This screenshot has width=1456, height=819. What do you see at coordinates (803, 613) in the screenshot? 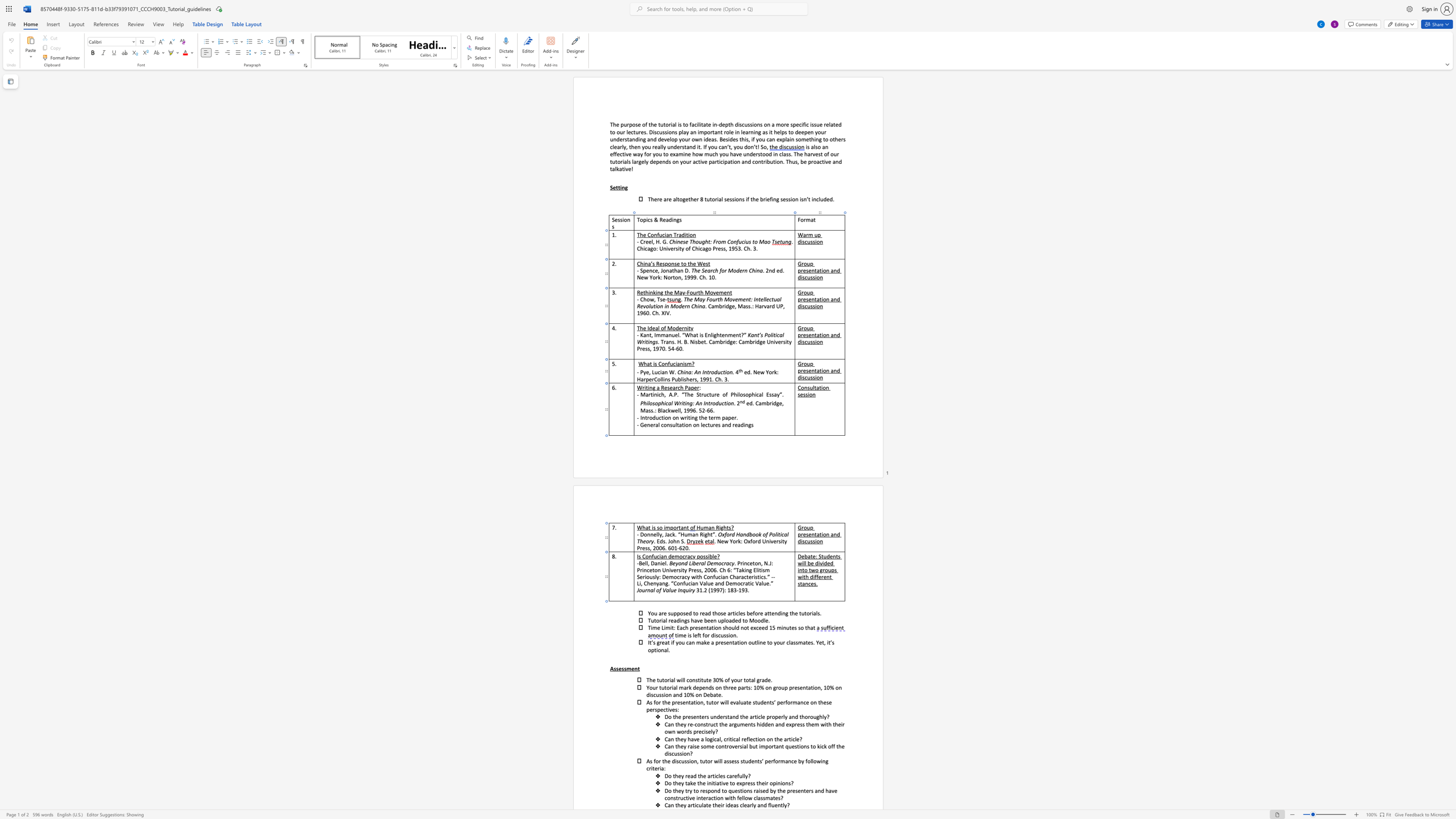
I see `the 3th character "u" in the text` at bounding box center [803, 613].